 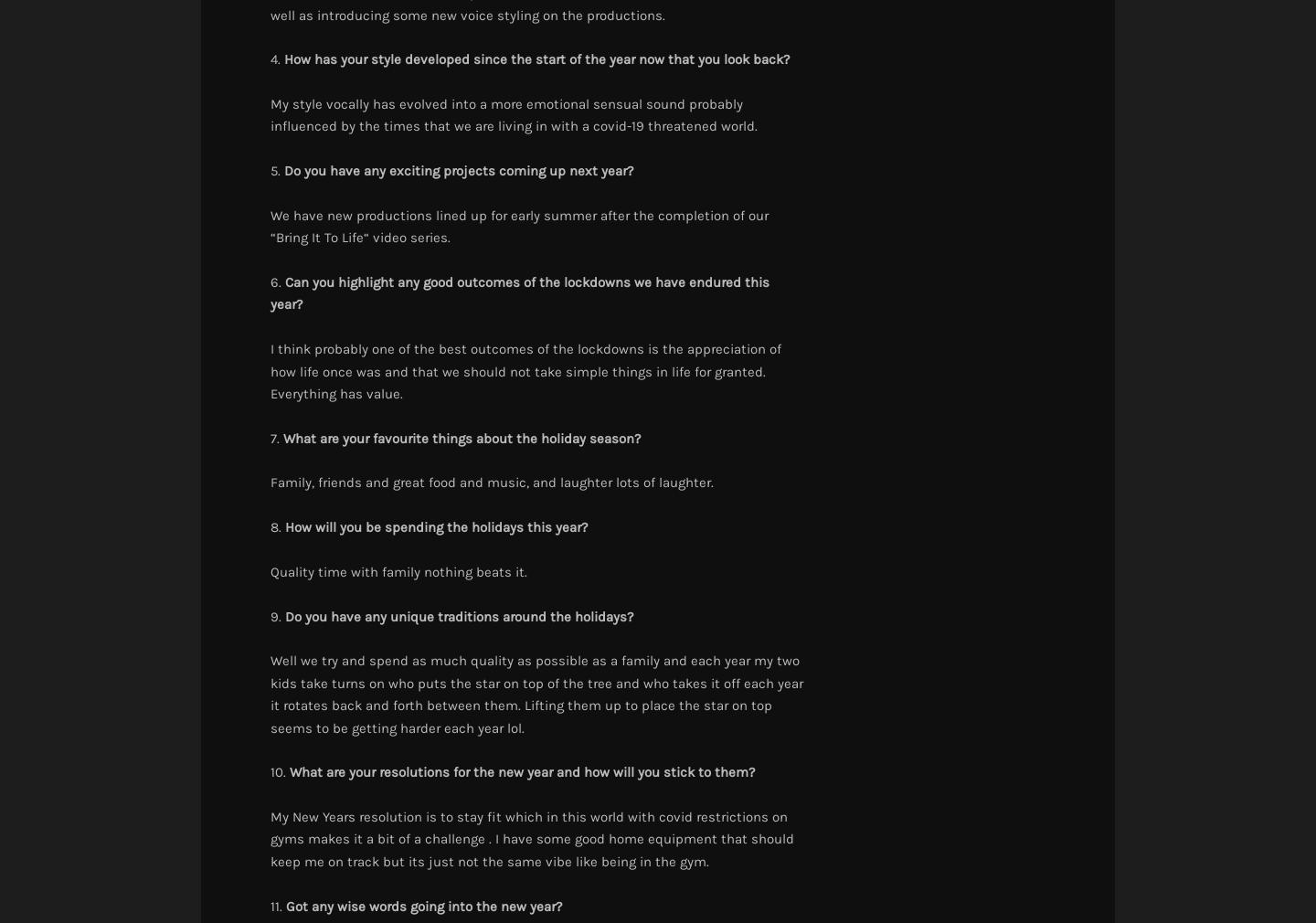 I want to click on '4.', so click(x=270, y=58).